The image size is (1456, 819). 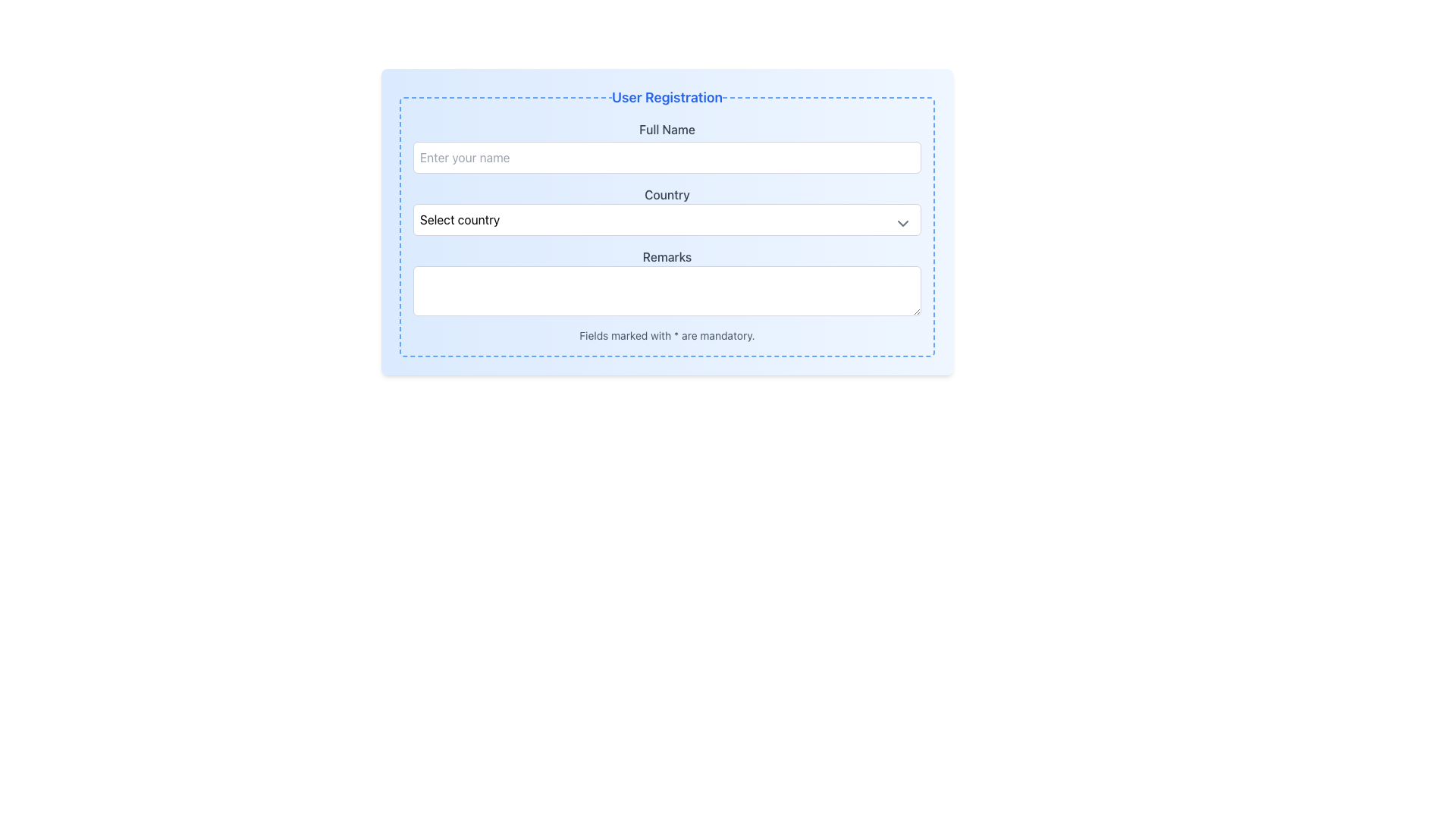 I want to click on the downward-pointing chevron icon located on the far-right side of the 'Select country' dropdown menu, so click(x=902, y=223).